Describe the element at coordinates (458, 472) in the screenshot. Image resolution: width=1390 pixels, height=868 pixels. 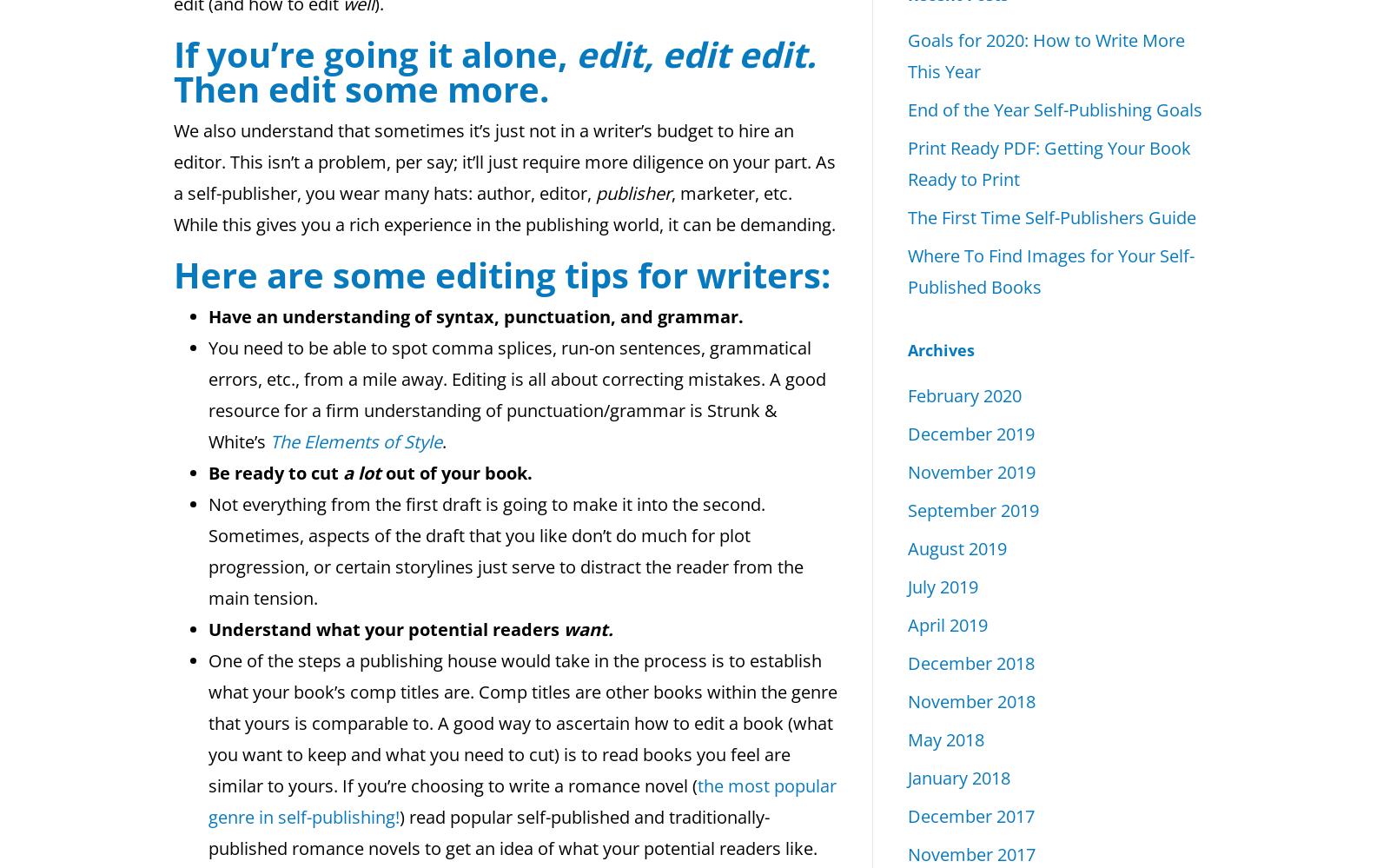
I see `'out of your book.'` at that location.